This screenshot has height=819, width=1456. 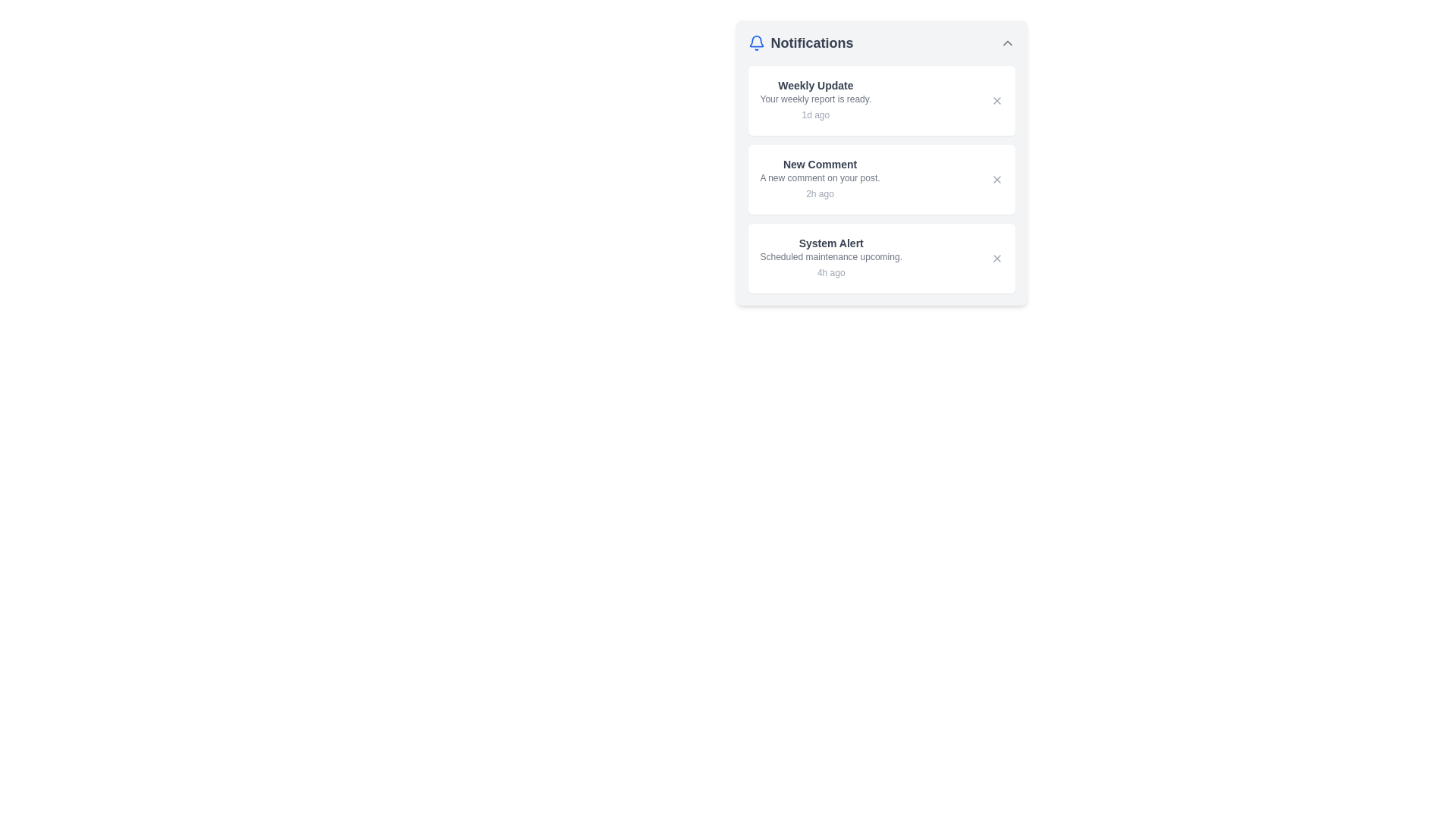 I want to click on the text label displaying 'Weekly Update', so click(x=814, y=85).